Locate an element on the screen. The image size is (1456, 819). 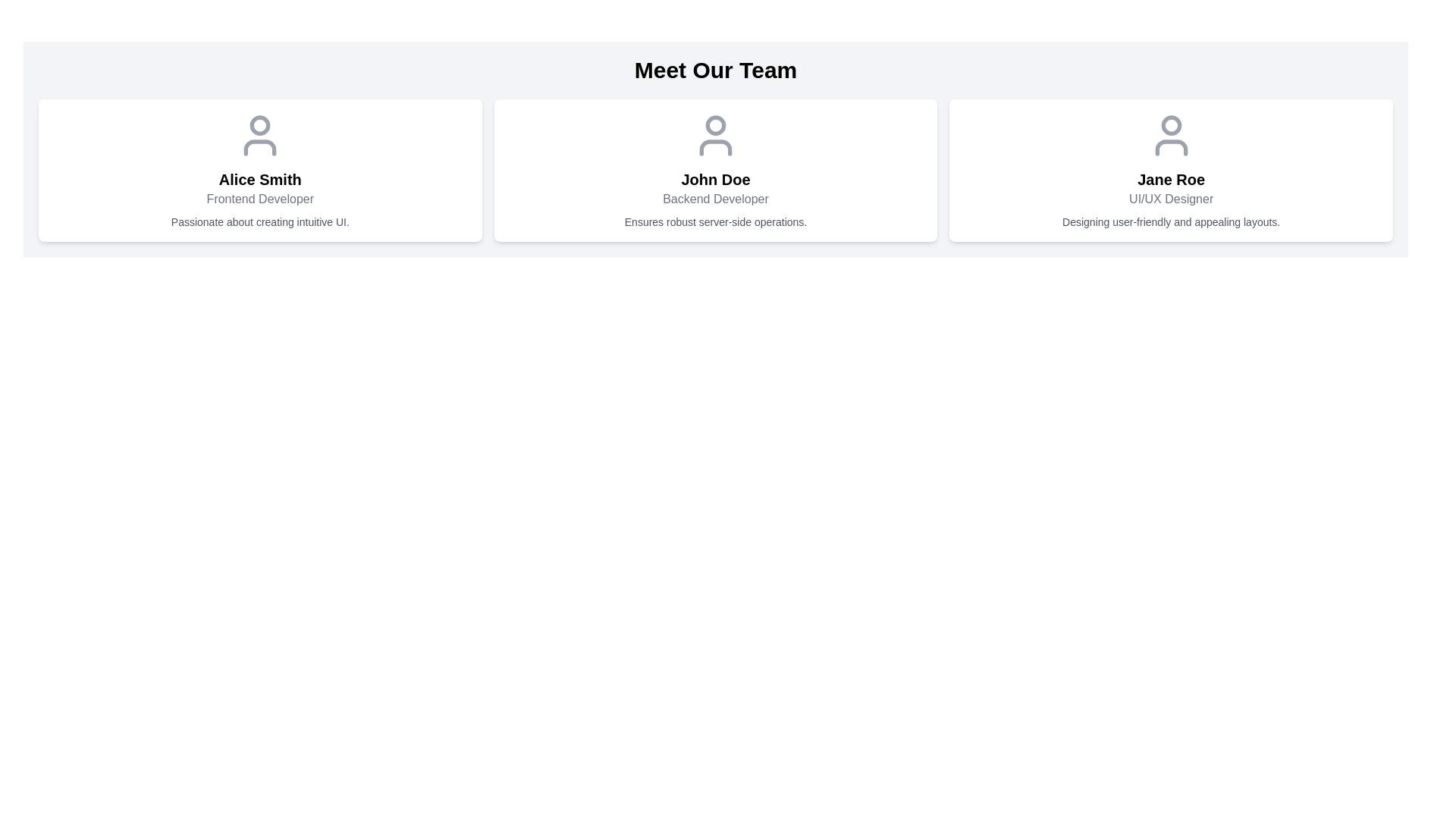
the static text display showing the name 'Jane Roe' is located at coordinates (1170, 178).